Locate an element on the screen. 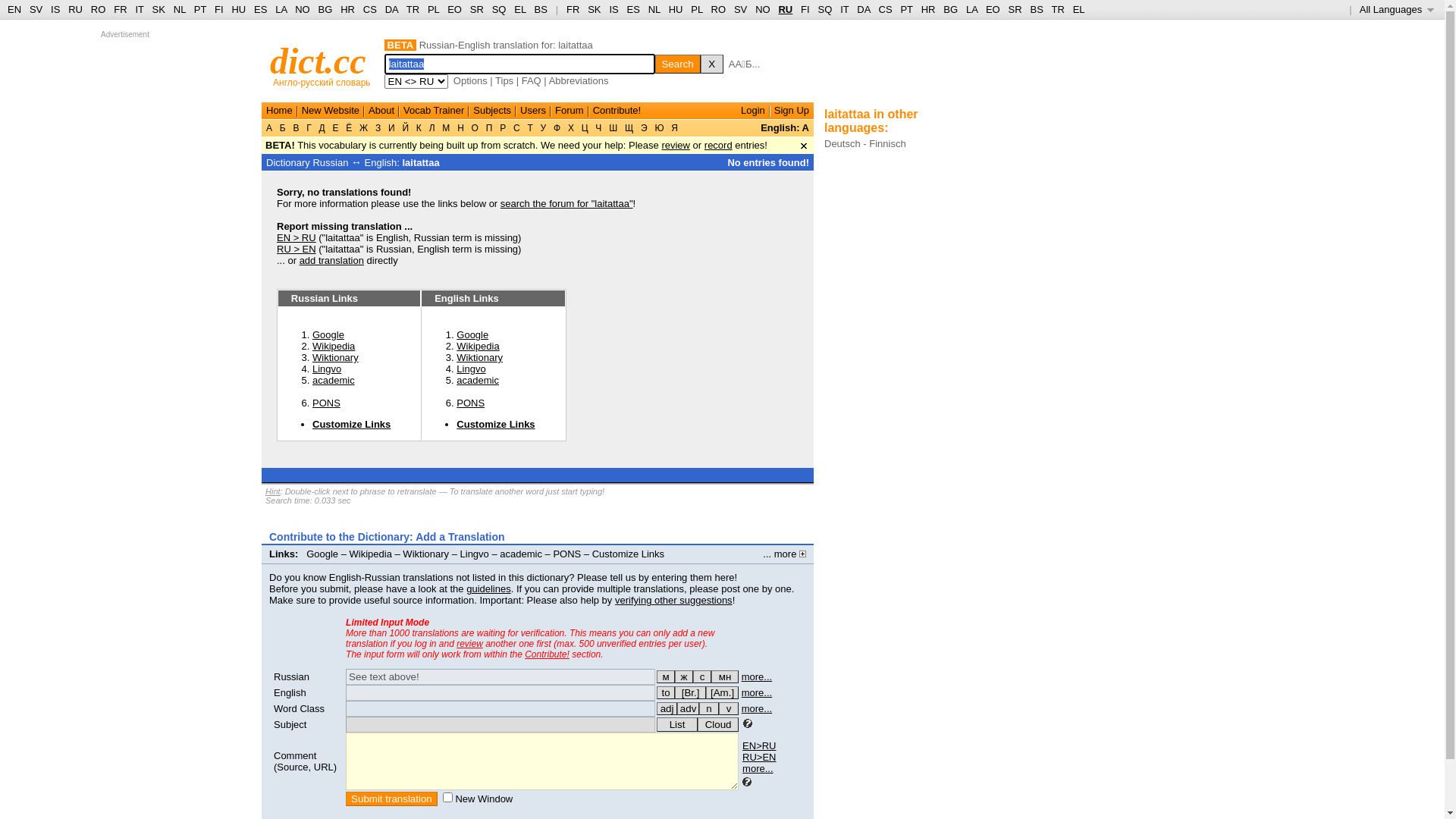 The width and height of the screenshot is (1456, 819). 'to' is located at coordinates (656, 692).